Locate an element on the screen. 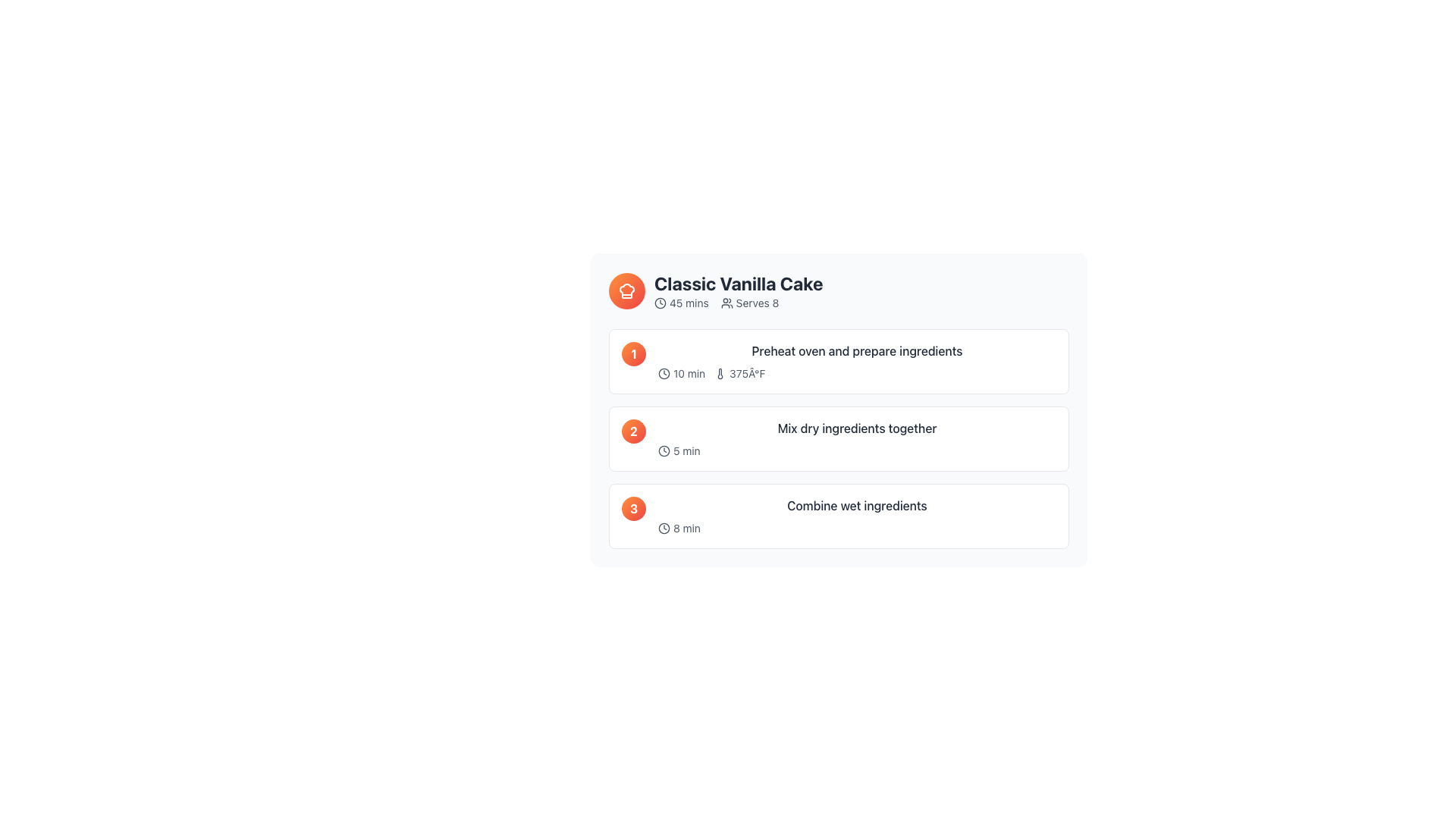 This screenshot has height=819, width=1456. the list item representing step 3, which includes the text 'Combine wet ingredients' and the time '8 min' is located at coordinates (838, 516).